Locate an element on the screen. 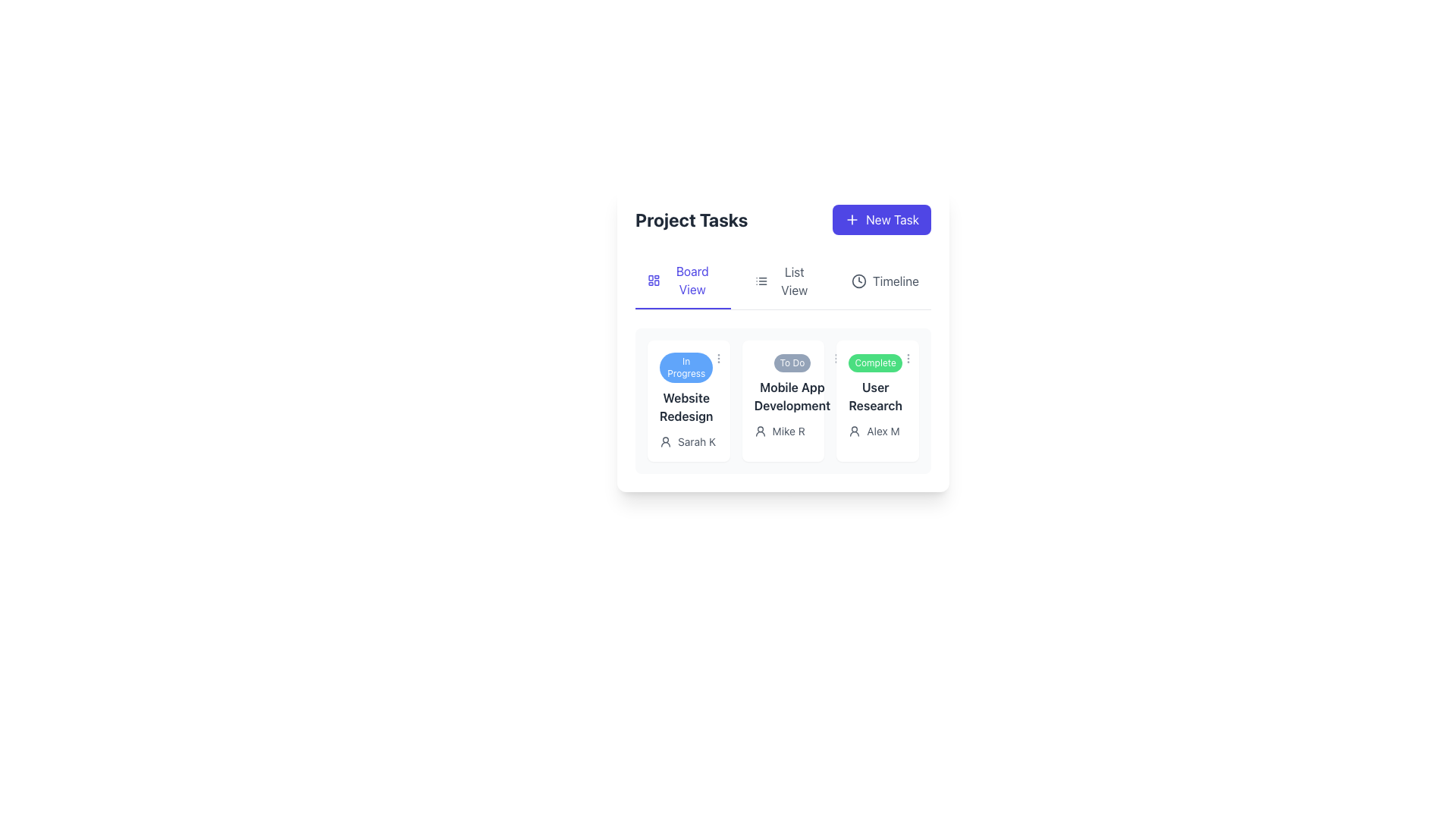 The width and height of the screenshot is (1456, 819). the list-style view icon, which depicts three horizontal lines with dots is located at coordinates (761, 281).